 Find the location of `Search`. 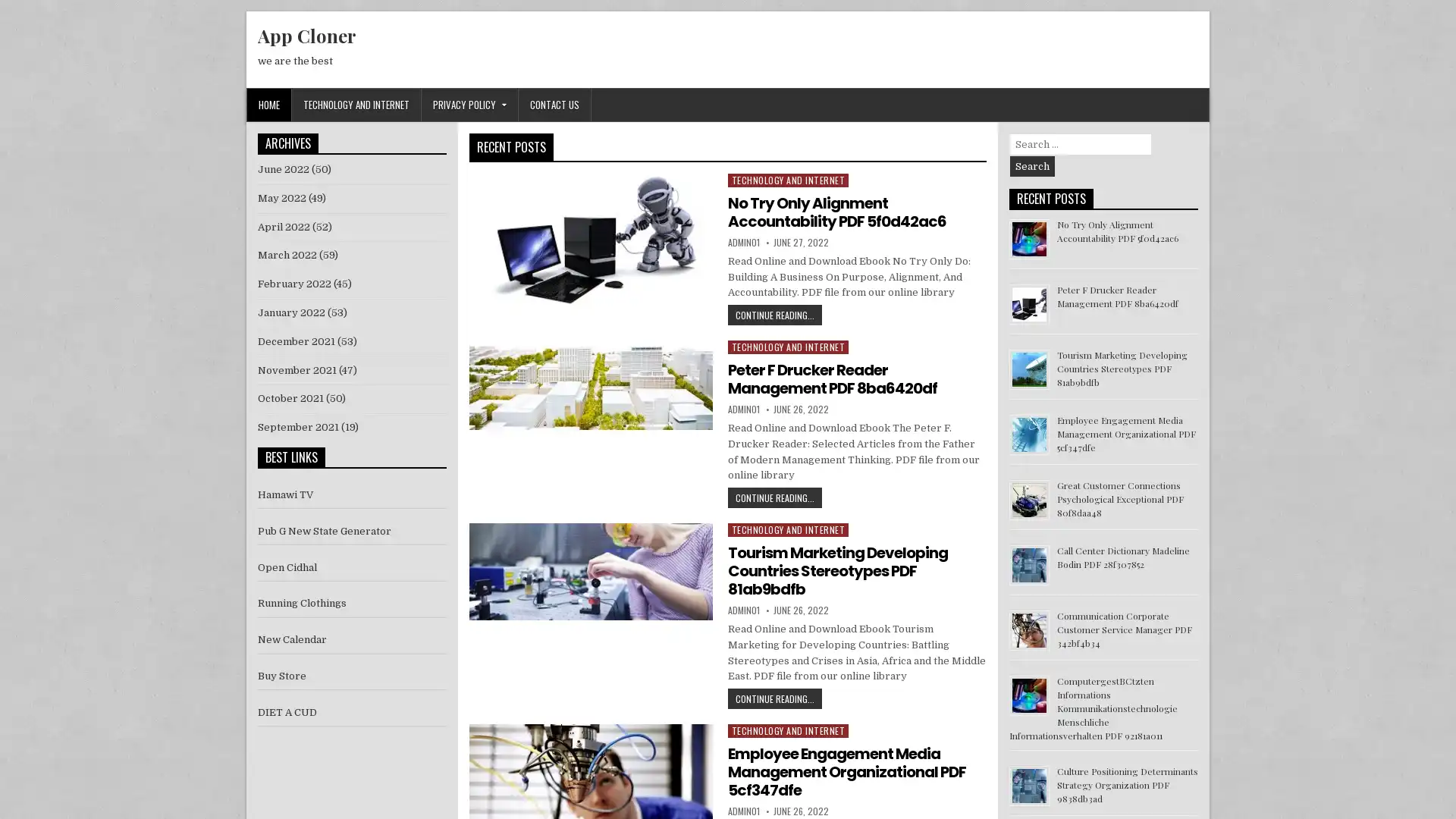

Search is located at coordinates (1031, 166).